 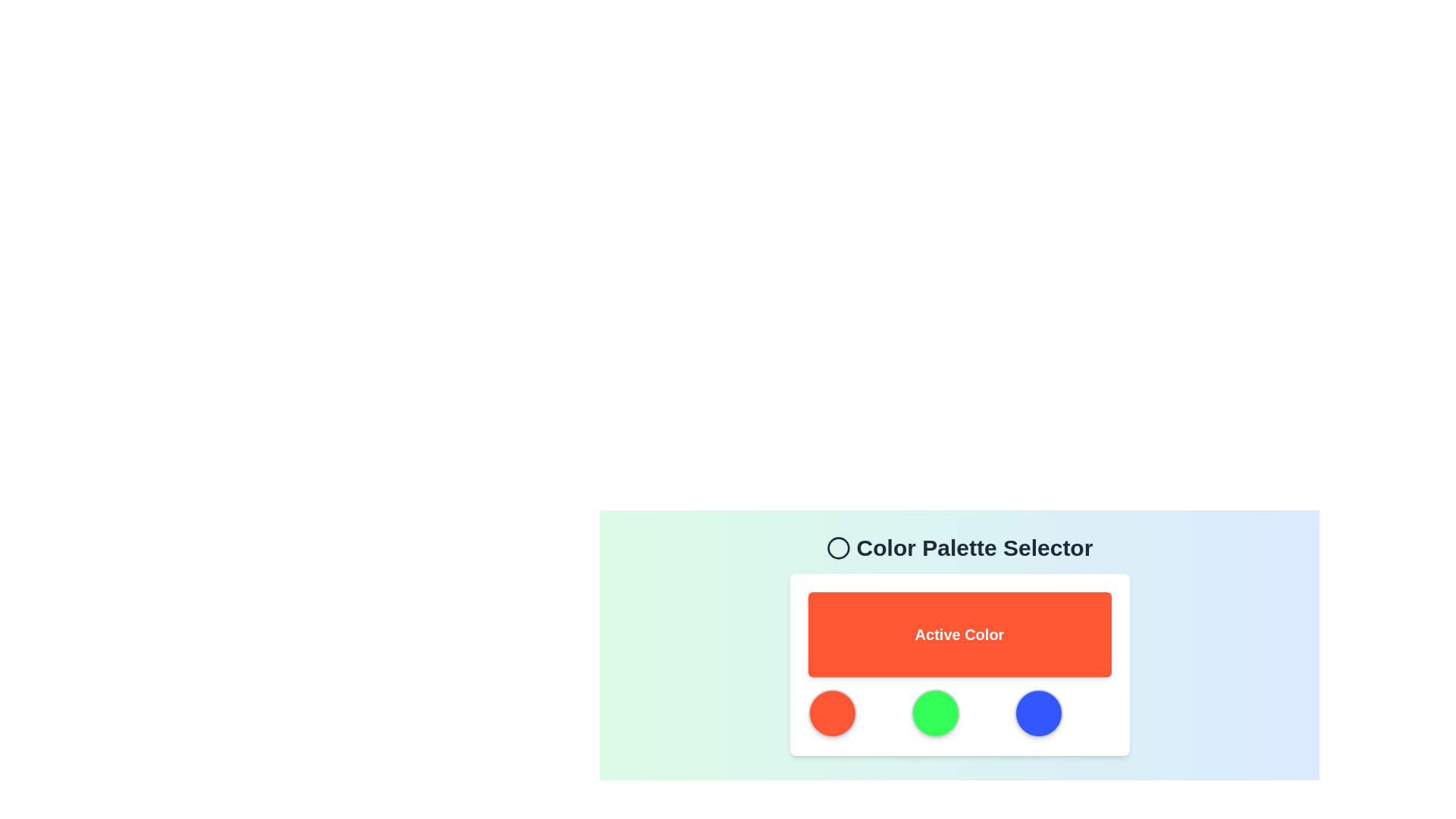 I want to click on the circular button with a bright red background located at the bottom-left among three horizontally aligned buttons, so click(x=831, y=714).